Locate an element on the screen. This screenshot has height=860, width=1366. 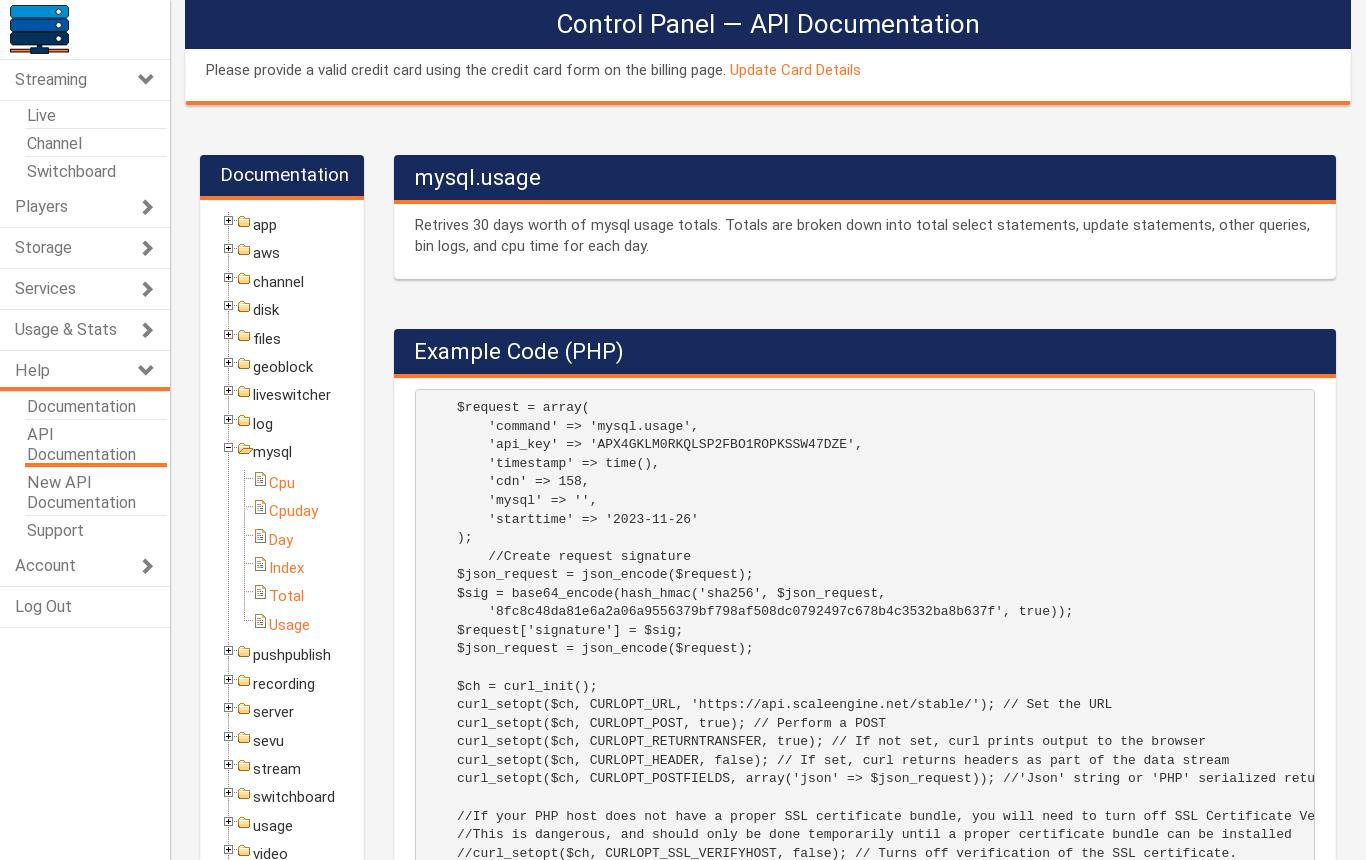
'liveswitcher' is located at coordinates (252, 393).